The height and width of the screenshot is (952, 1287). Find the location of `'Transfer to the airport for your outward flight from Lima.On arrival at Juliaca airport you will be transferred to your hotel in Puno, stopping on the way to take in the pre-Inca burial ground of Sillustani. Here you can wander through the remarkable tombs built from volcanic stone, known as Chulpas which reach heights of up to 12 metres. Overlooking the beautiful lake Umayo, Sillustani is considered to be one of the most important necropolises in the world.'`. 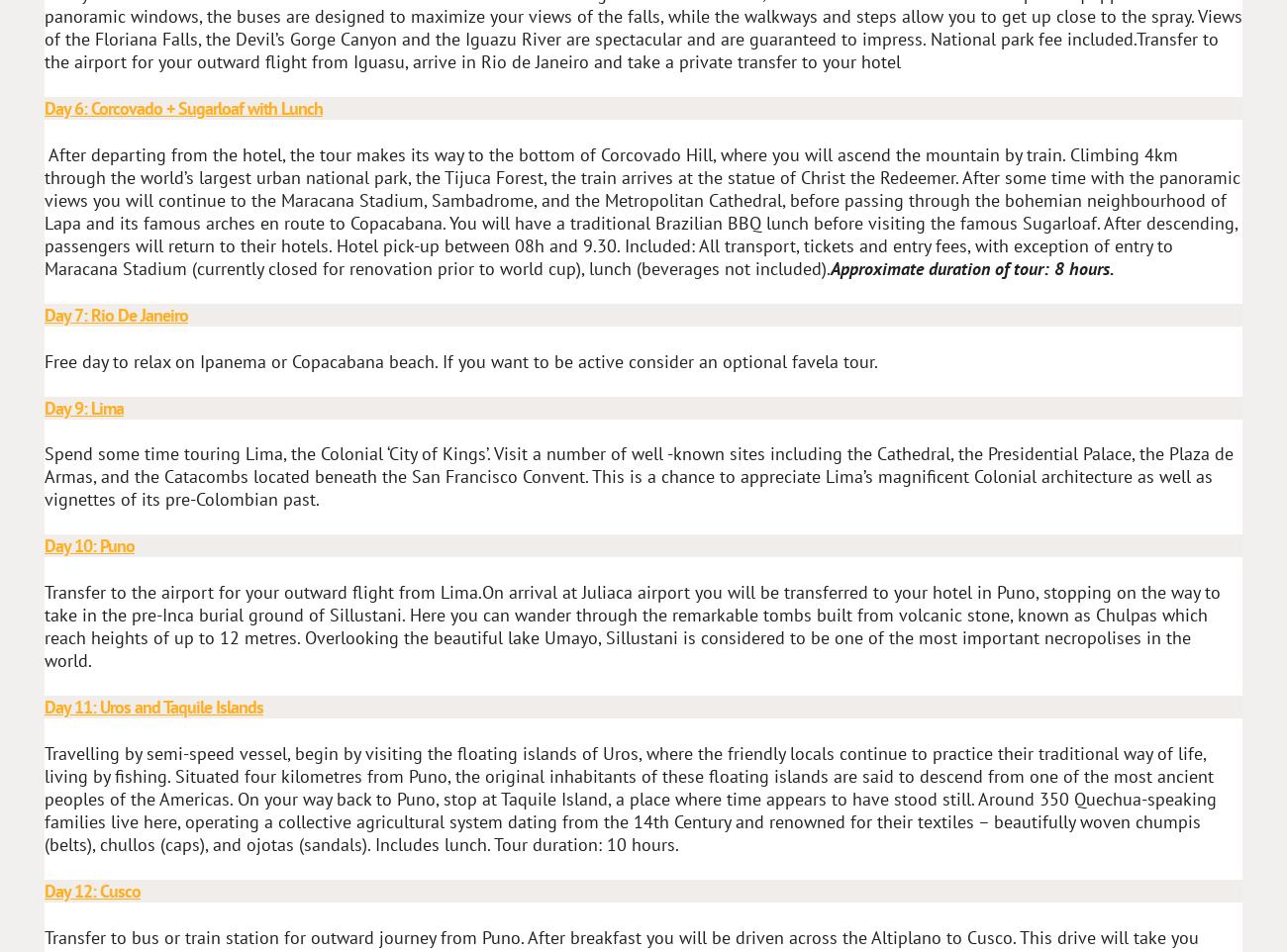

'Transfer to the airport for your outward flight from Lima.On arrival at Juliaca airport you will be transferred to your hotel in Puno, stopping on the way to take in the pre-Inca burial ground of Sillustani. Here you can wander through the remarkable tombs built from volcanic stone, known as Chulpas which reach heights of up to 12 metres. Overlooking the beautiful lake Umayo, Sillustani is considered to be one of the most important necropolises in the world.' is located at coordinates (632, 625).